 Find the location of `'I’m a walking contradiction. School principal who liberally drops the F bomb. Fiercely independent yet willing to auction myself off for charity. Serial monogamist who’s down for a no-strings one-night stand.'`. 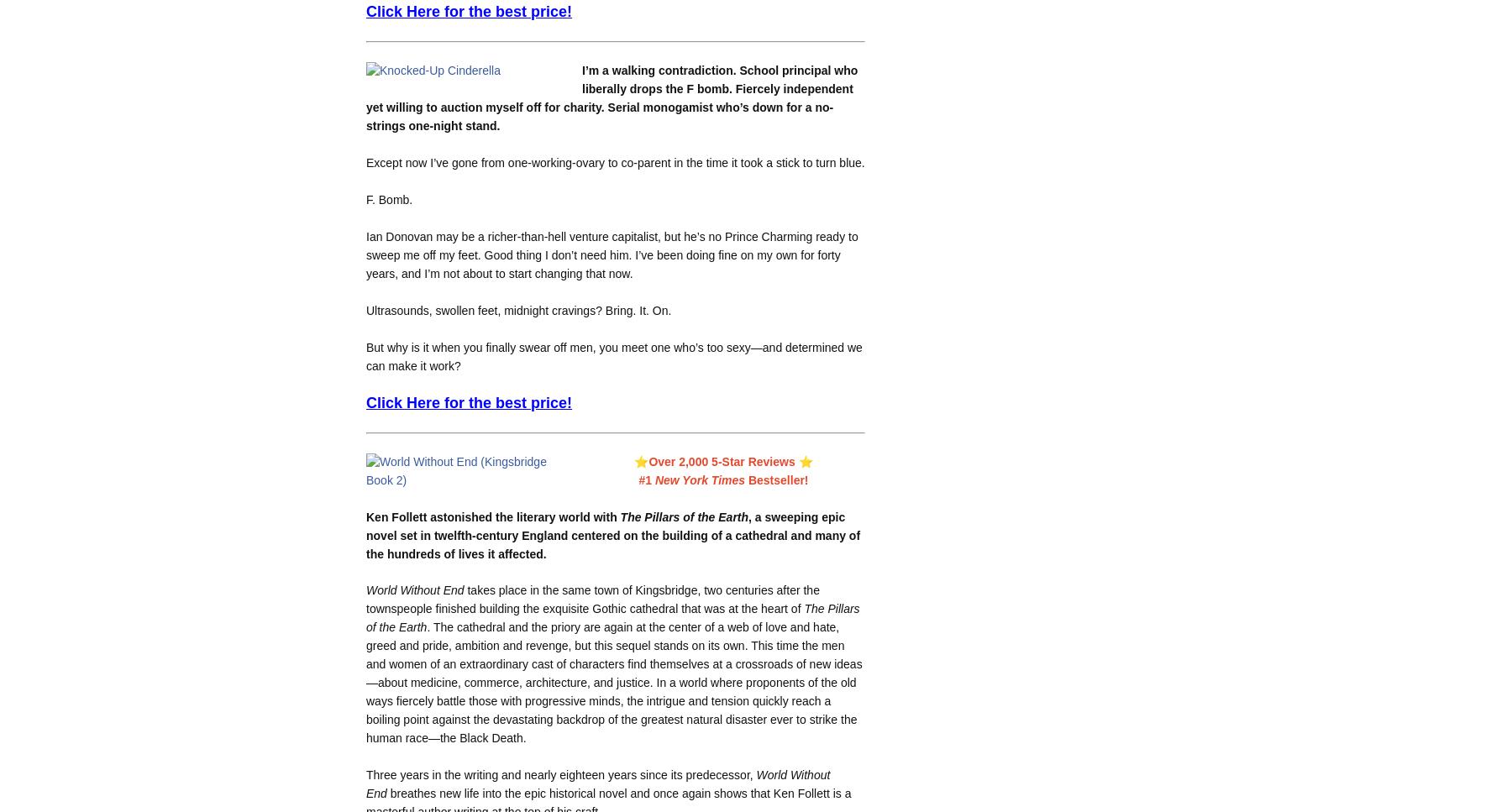

'I’m a walking contradiction. School principal who liberally drops the F bomb. Fiercely independent yet willing to auction myself off for charity. Serial monogamist who’s down for a no-strings one-night stand.' is located at coordinates (611, 97).